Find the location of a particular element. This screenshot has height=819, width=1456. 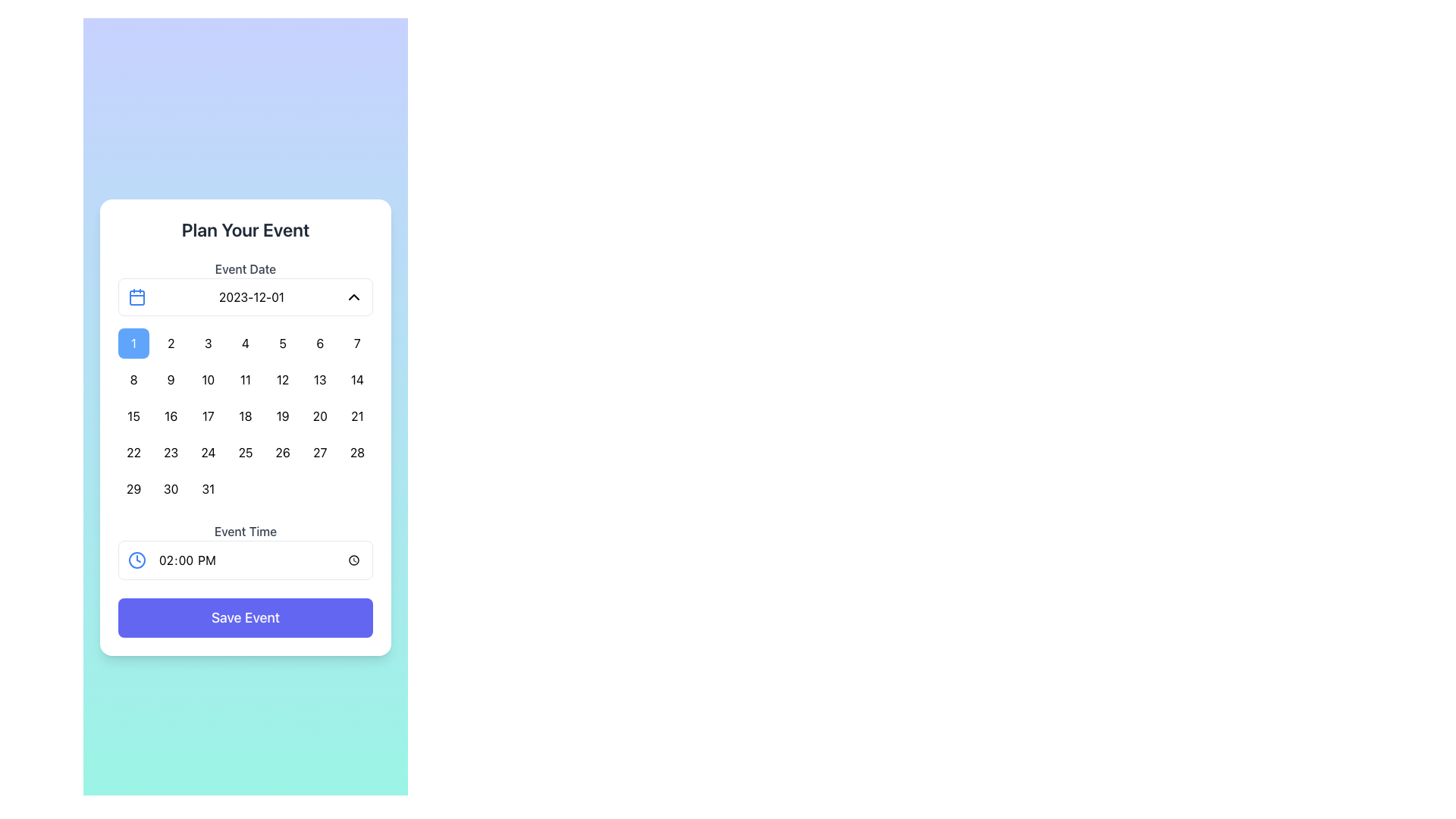

the calendar button representing the date '5' is located at coordinates (283, 343).